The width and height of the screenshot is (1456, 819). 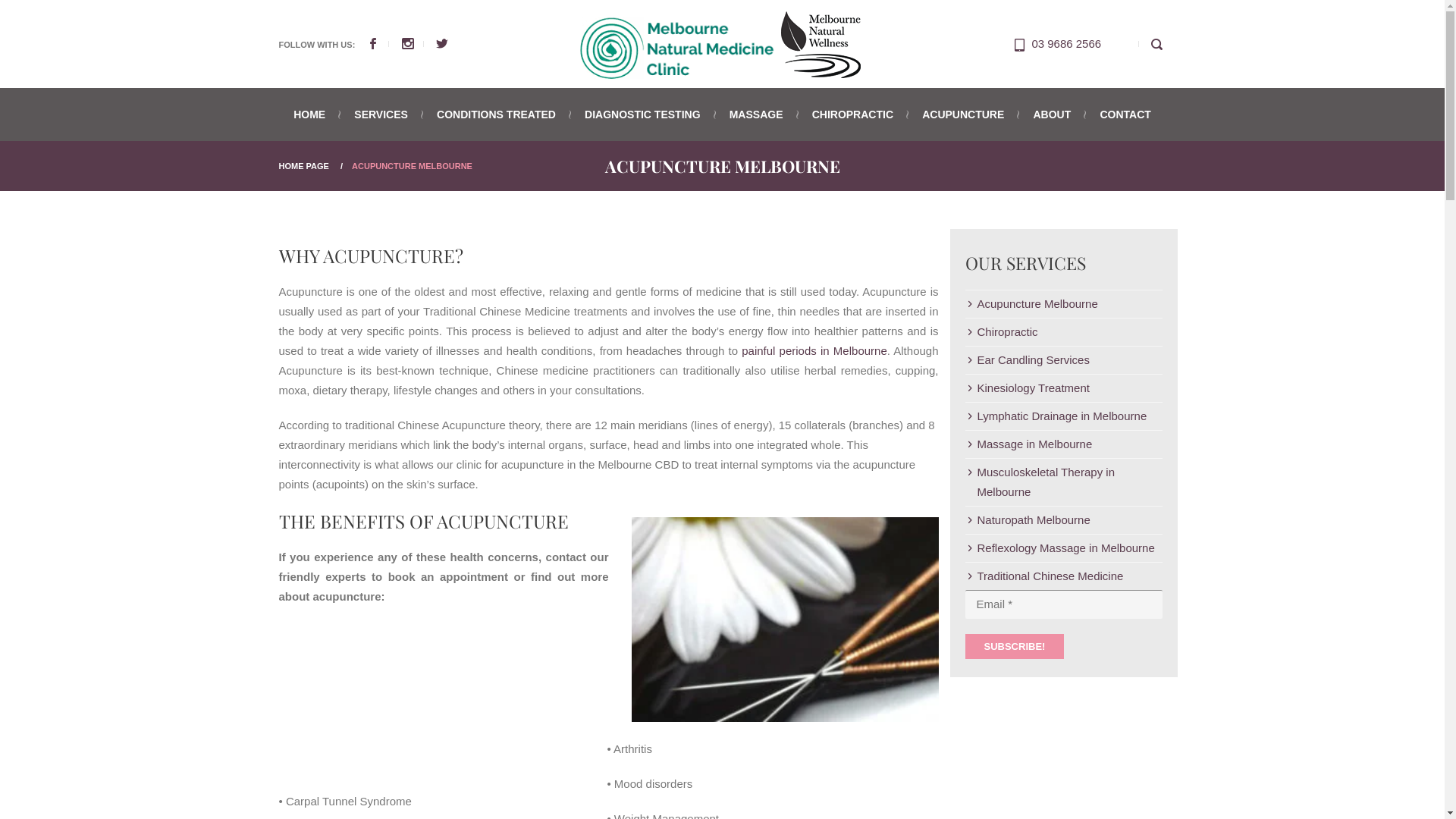 I want to click on 'painful periods in Melbourne', so click(x=814, y=350).